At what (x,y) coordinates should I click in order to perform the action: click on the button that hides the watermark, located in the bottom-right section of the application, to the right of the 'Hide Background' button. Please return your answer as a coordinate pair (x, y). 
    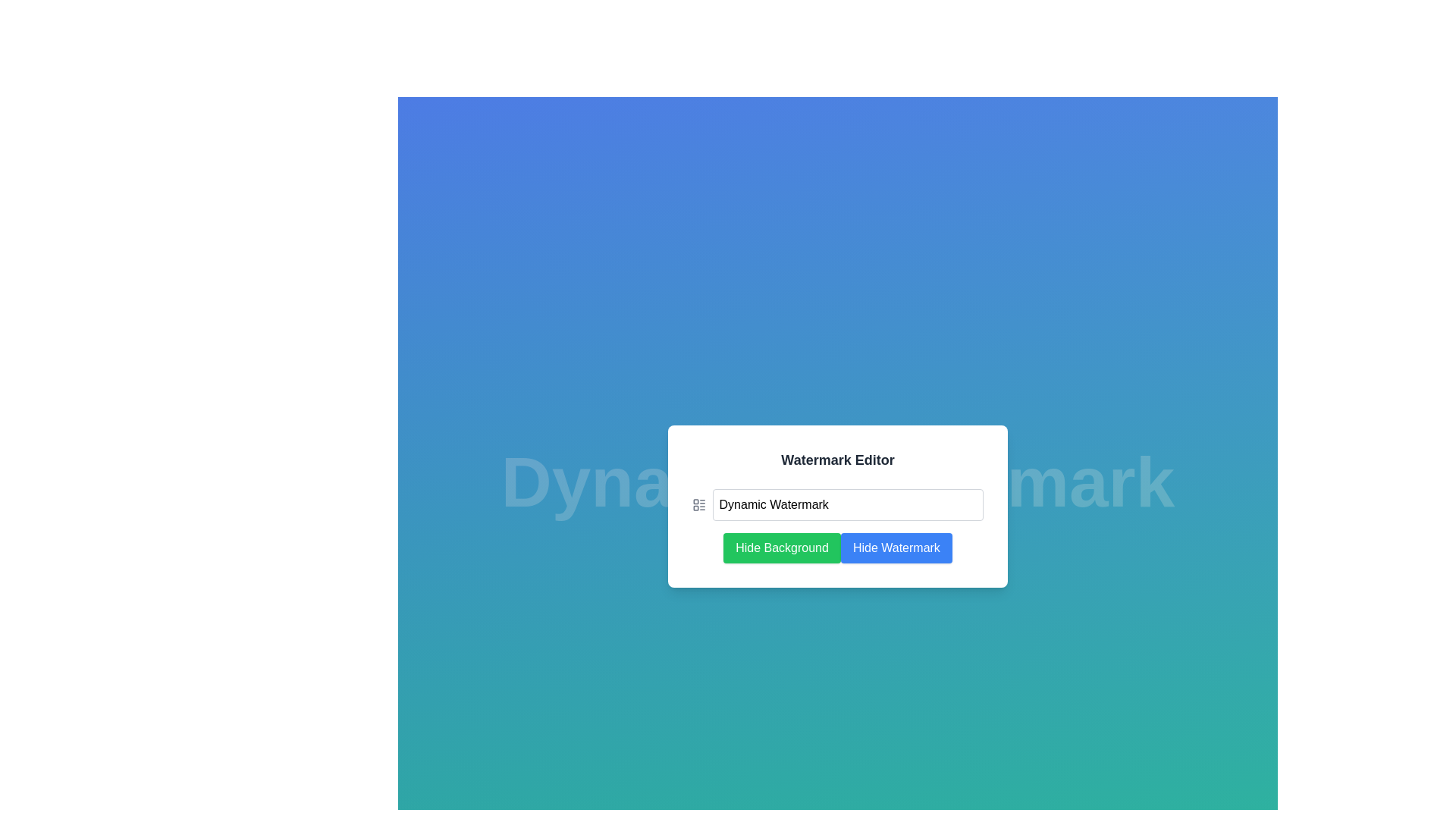
    Looking at the image, I should click on (896, 548).